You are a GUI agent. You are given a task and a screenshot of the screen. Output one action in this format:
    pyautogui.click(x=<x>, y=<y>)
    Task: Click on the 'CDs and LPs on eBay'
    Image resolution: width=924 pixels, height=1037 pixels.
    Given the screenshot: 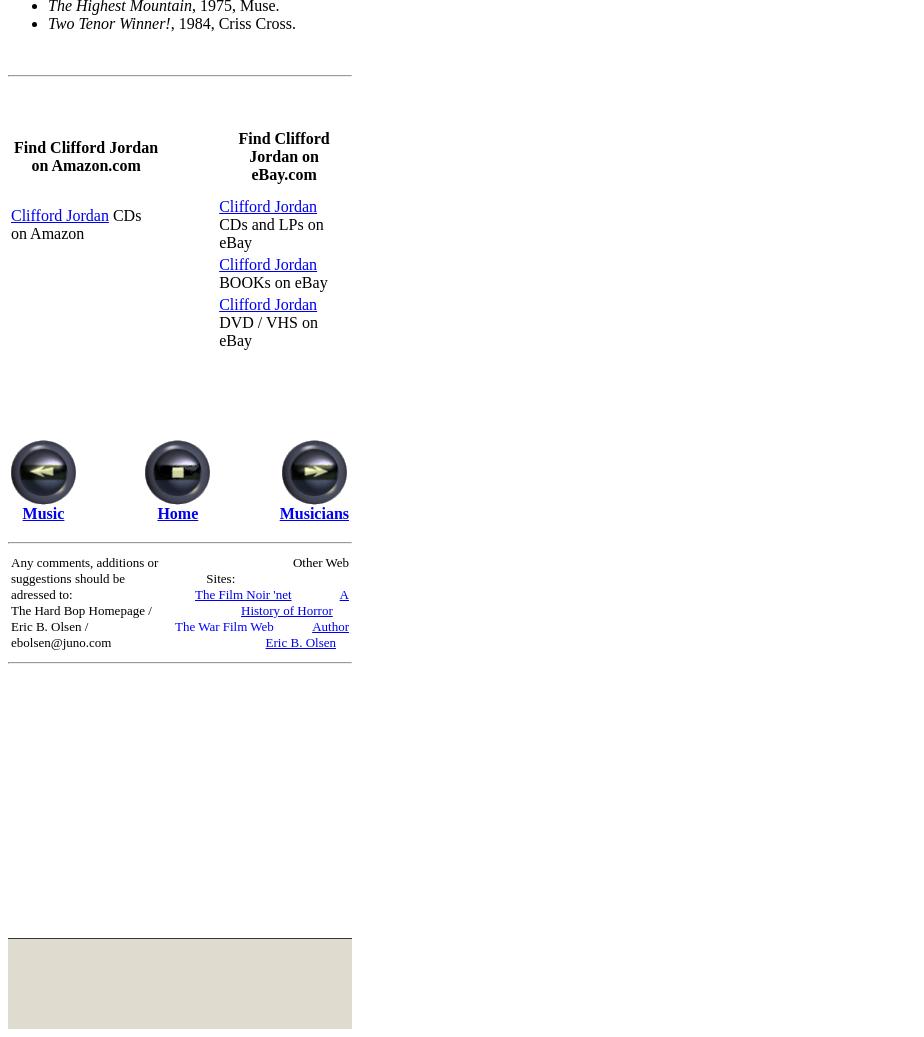 What is the action you would take?
    pyautogui.click(x=271, y=231)
    